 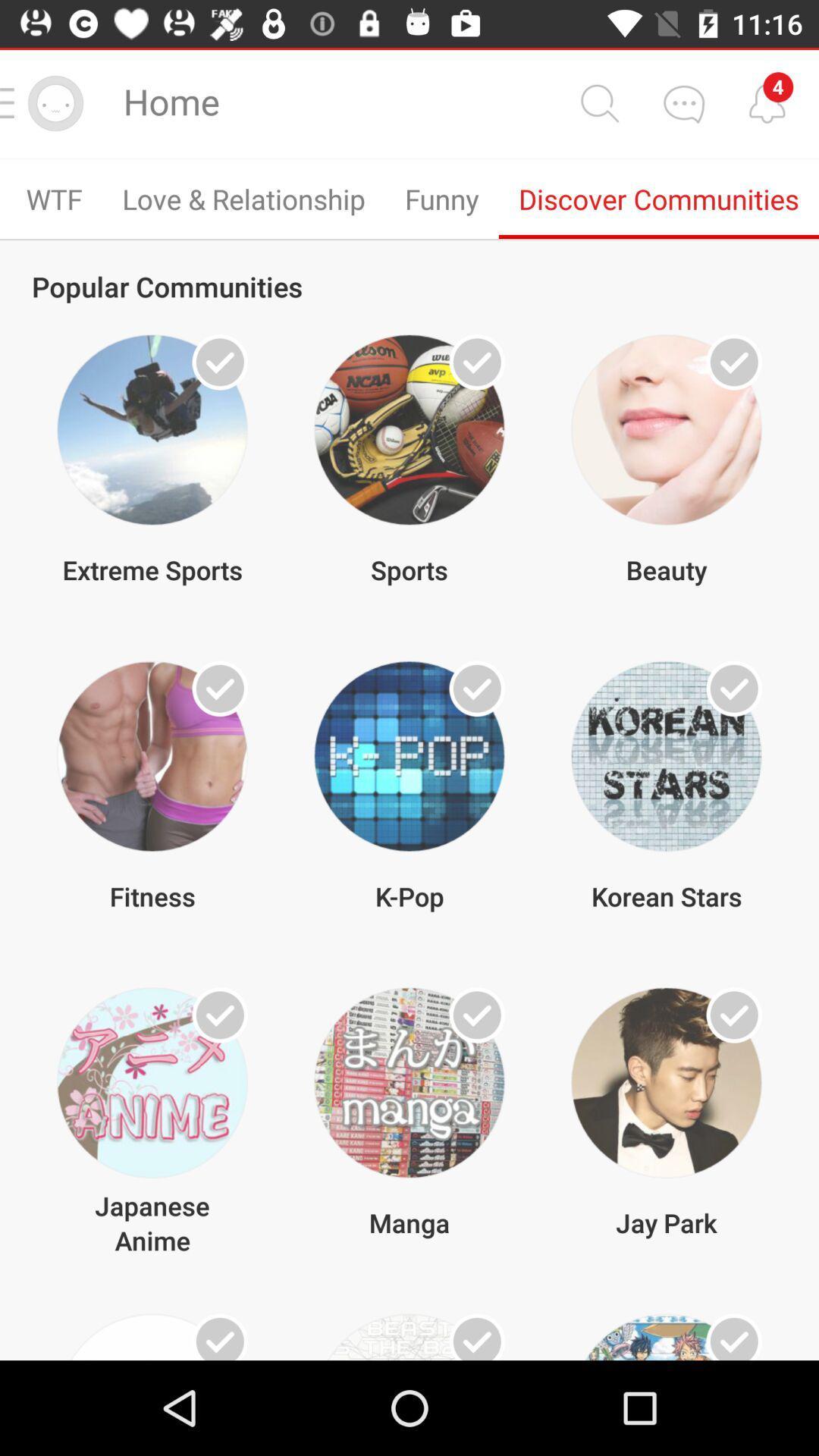 What do you see at coordinates (683, 102) in the screenshot?
I see `chat with support` at bounding box center [683, 102].